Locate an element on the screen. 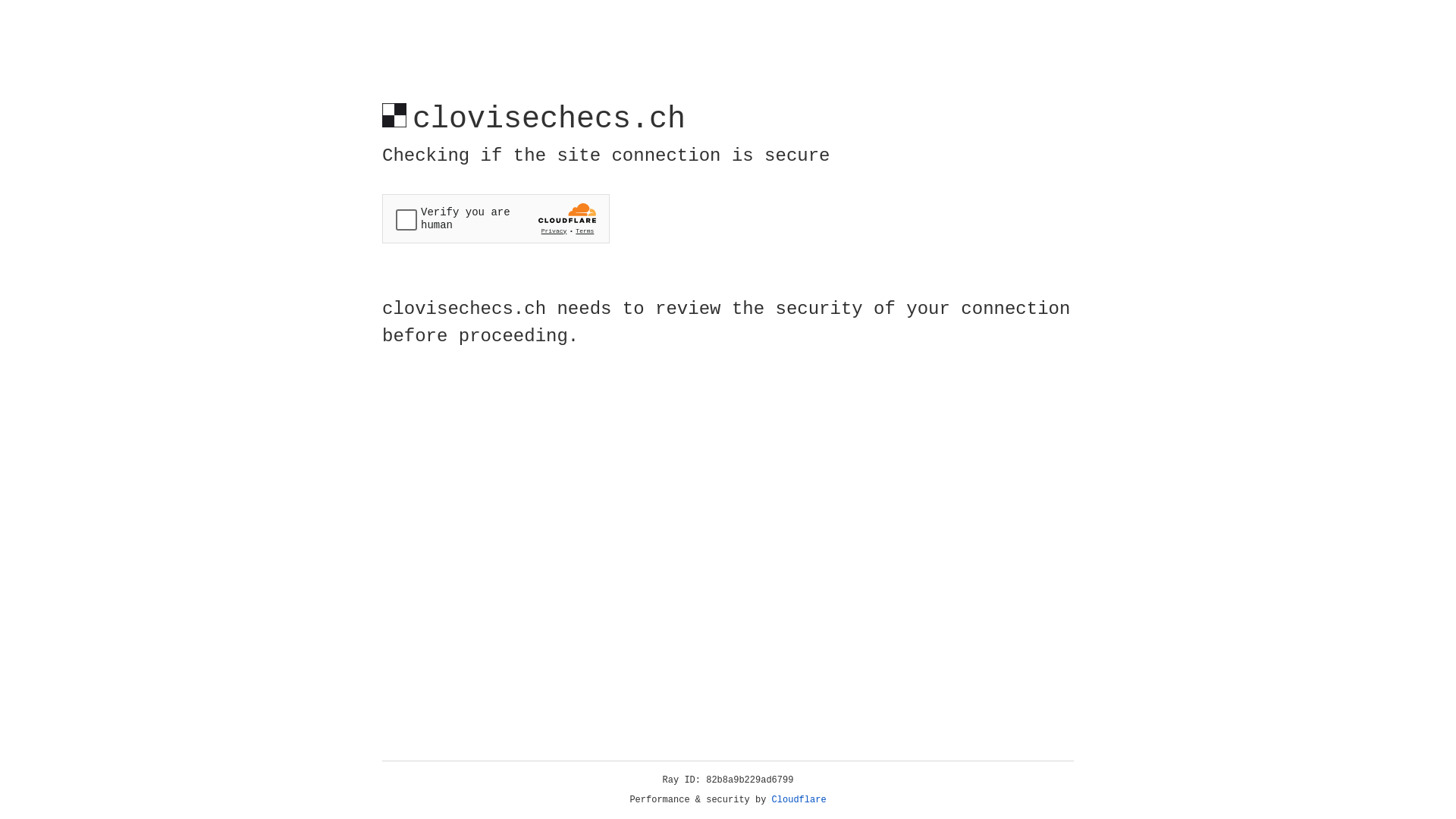  'Widget containing a Cloudflare security challenge' is located at coordinates (495, 218).